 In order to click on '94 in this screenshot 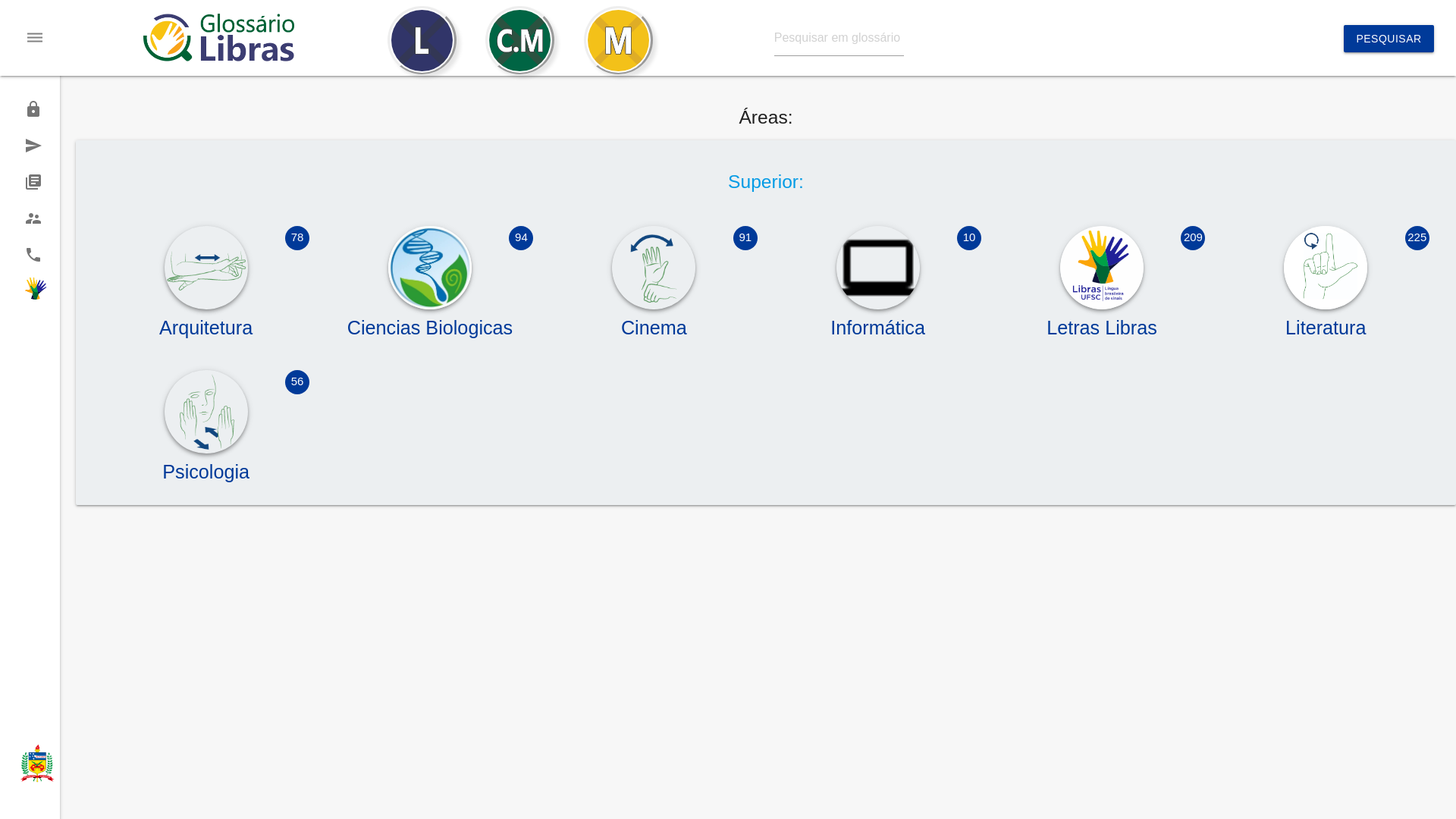, I will do `click(429, 320)`.